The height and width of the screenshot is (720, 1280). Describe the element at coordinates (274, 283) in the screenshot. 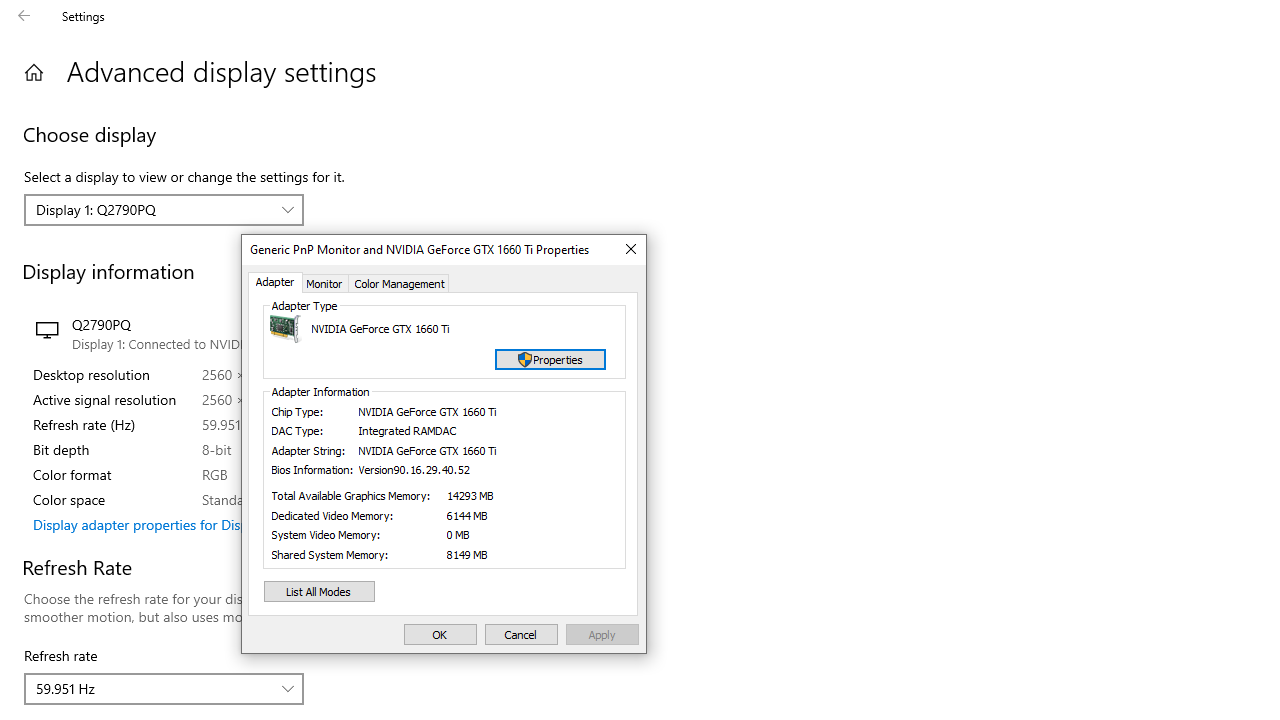

I see `'Adapter'` at that location.